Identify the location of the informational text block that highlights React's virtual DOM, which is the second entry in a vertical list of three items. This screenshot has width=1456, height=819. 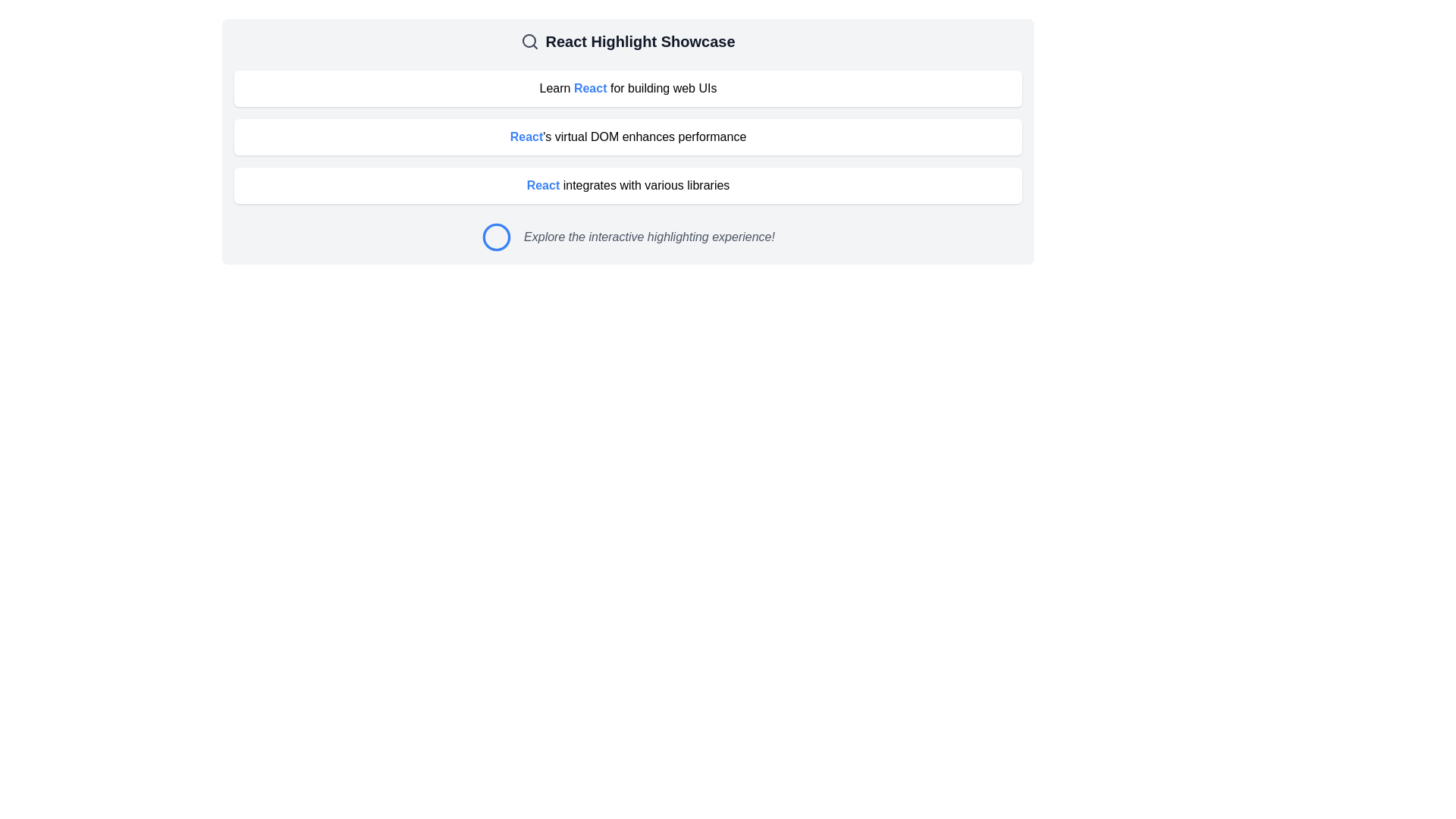
(628, 137).